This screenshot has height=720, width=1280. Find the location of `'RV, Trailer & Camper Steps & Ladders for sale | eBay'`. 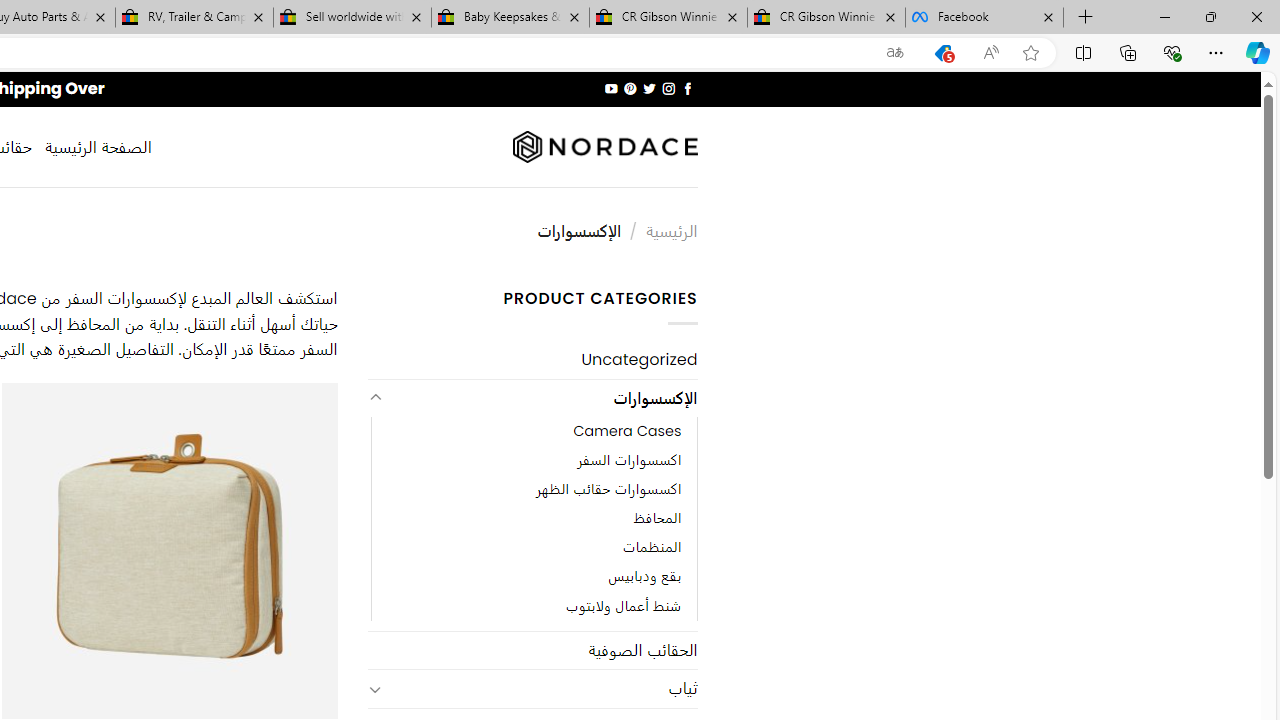

'RV, Trailer & Camper Steps & Ladders for sale | eBay' is located at coordinates (194, 17).